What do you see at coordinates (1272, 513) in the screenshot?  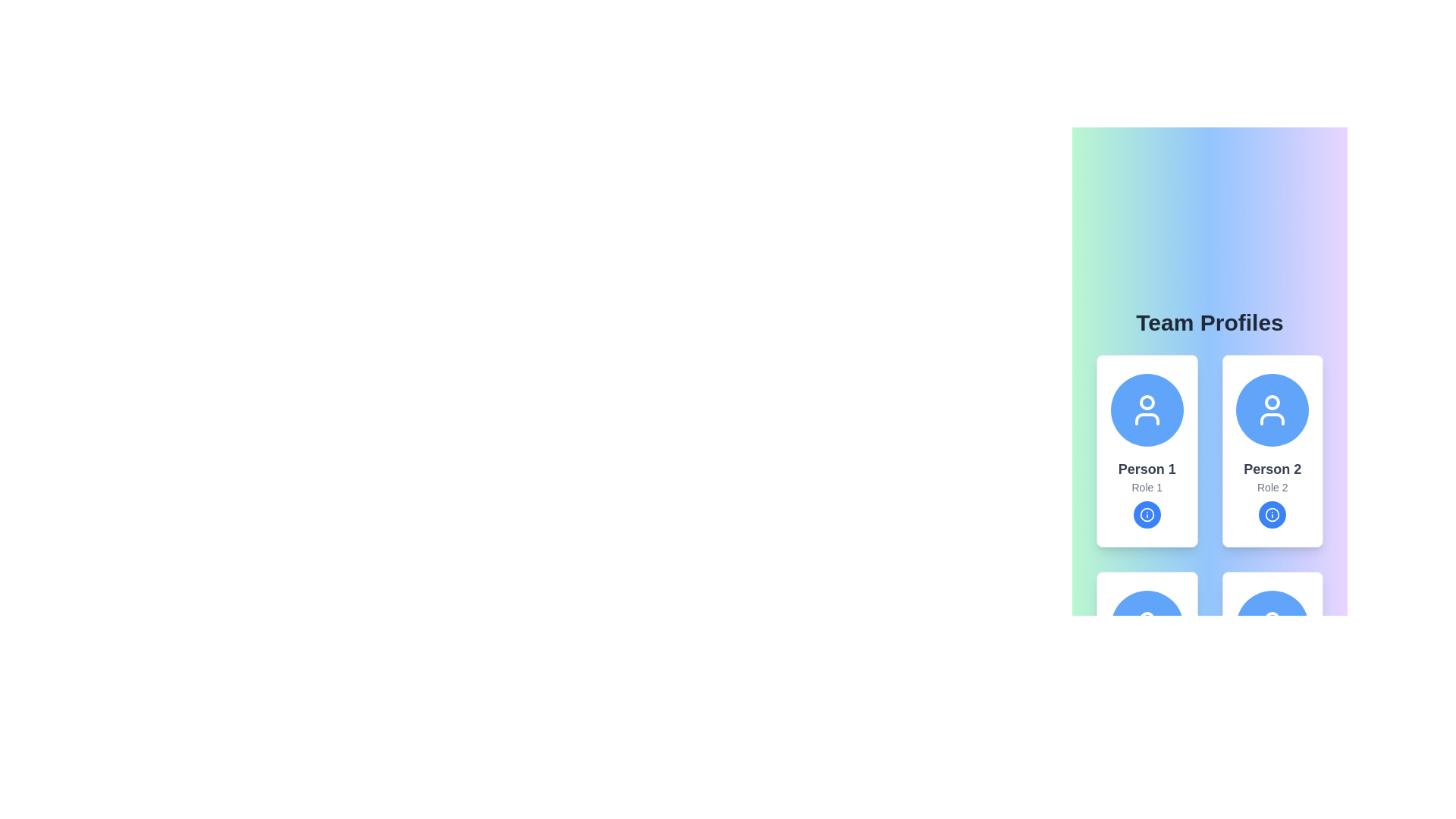 I see `the information icon within the SVG structure located beneath the second profile card in the 'Team Profiles' section` at bounding box center [1272, 513].